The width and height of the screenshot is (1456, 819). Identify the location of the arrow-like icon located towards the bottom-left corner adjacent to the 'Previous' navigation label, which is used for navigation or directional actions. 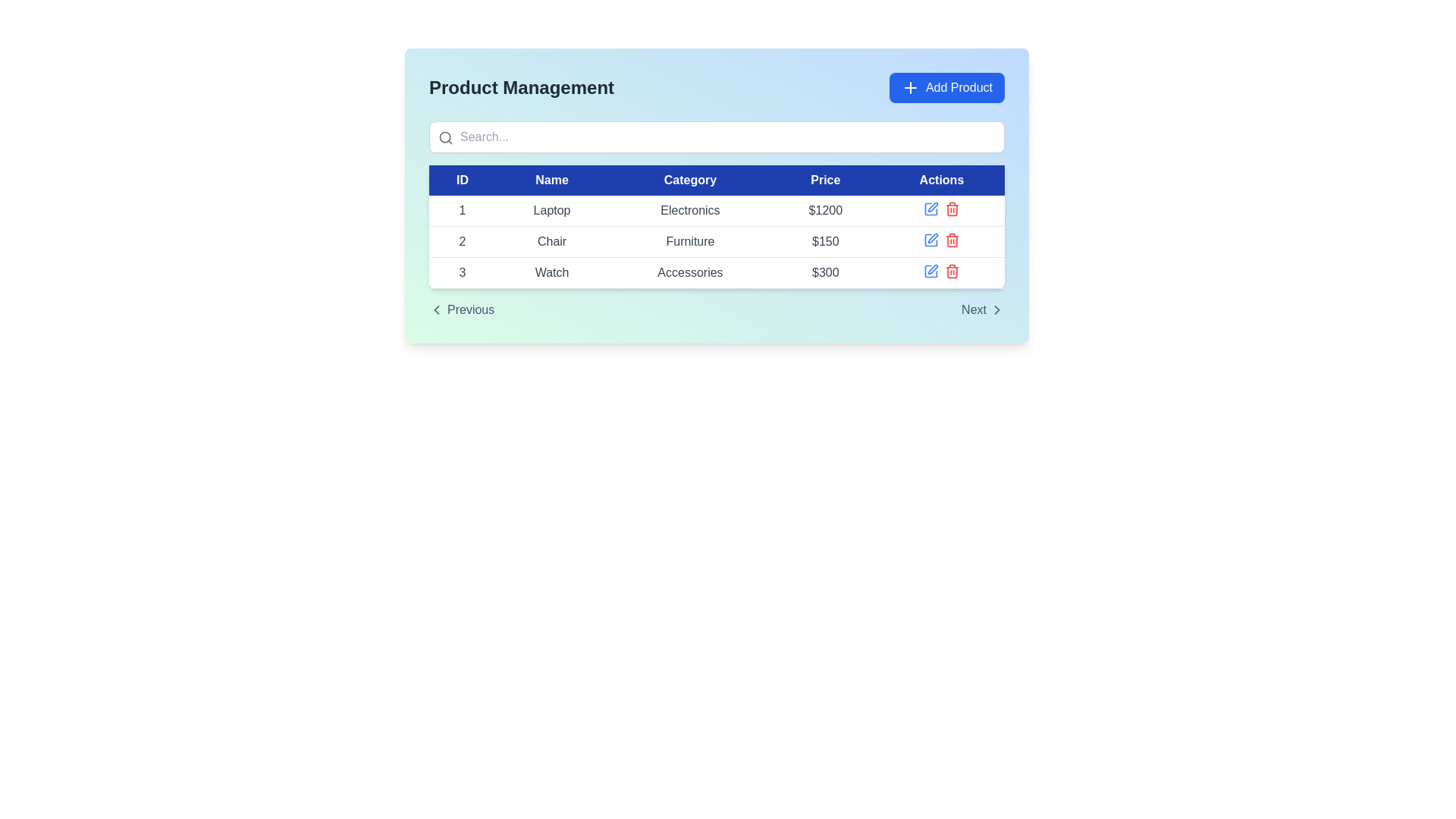
(436, 309).